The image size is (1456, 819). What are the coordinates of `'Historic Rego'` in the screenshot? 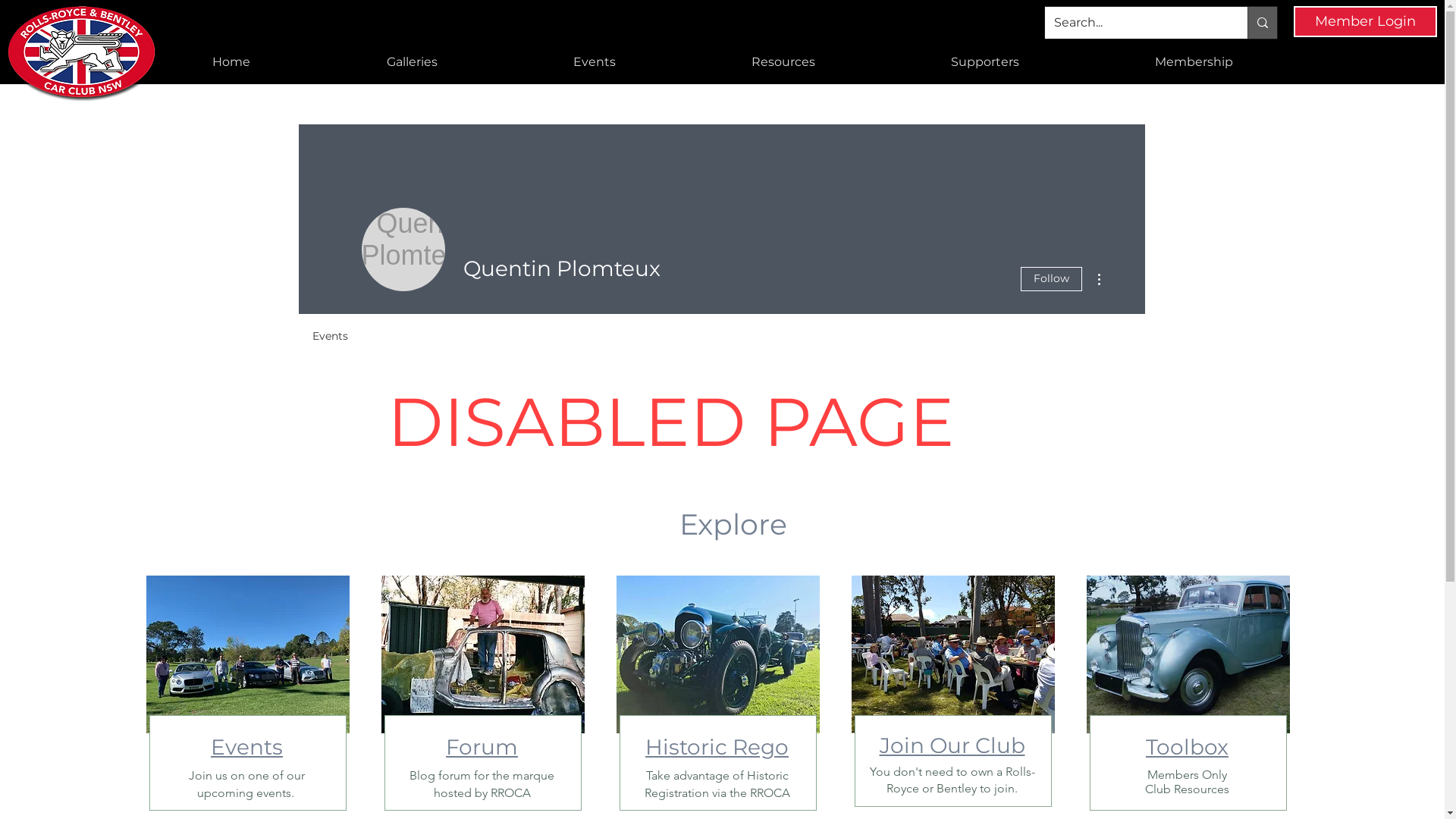 It's located at (716, 745).